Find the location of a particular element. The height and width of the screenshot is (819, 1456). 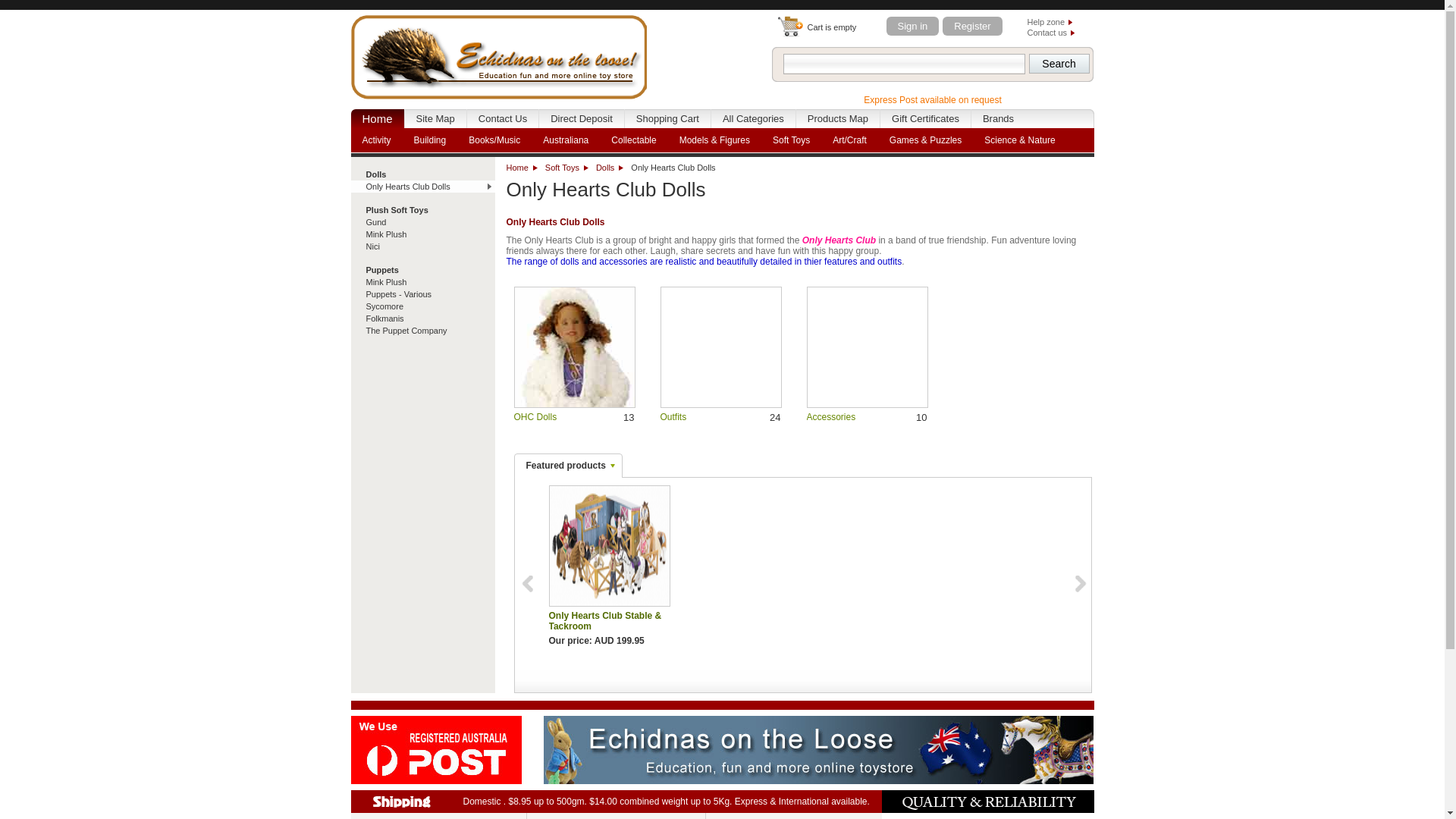

'Help zone' is located at coordinates (1048, 22).